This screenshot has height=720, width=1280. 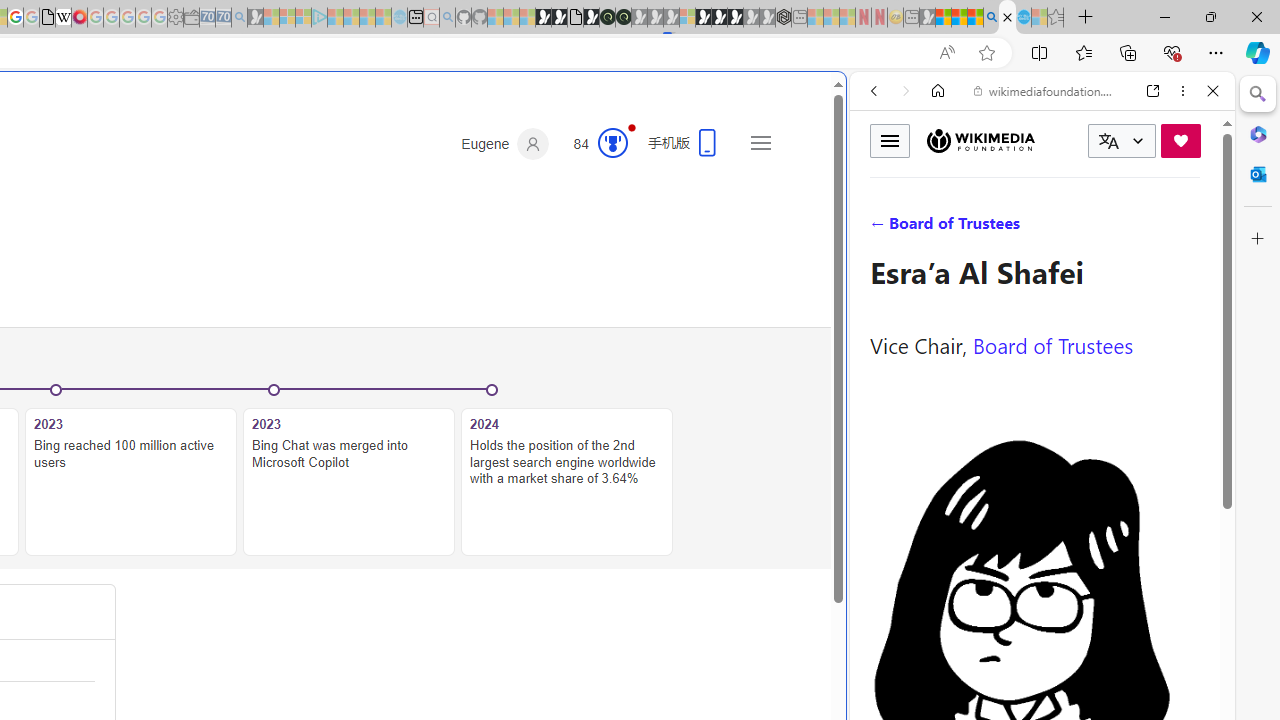 I want to click on 'google_privacy_policy_zh-CN.pdf', so click(x=47, y=17).